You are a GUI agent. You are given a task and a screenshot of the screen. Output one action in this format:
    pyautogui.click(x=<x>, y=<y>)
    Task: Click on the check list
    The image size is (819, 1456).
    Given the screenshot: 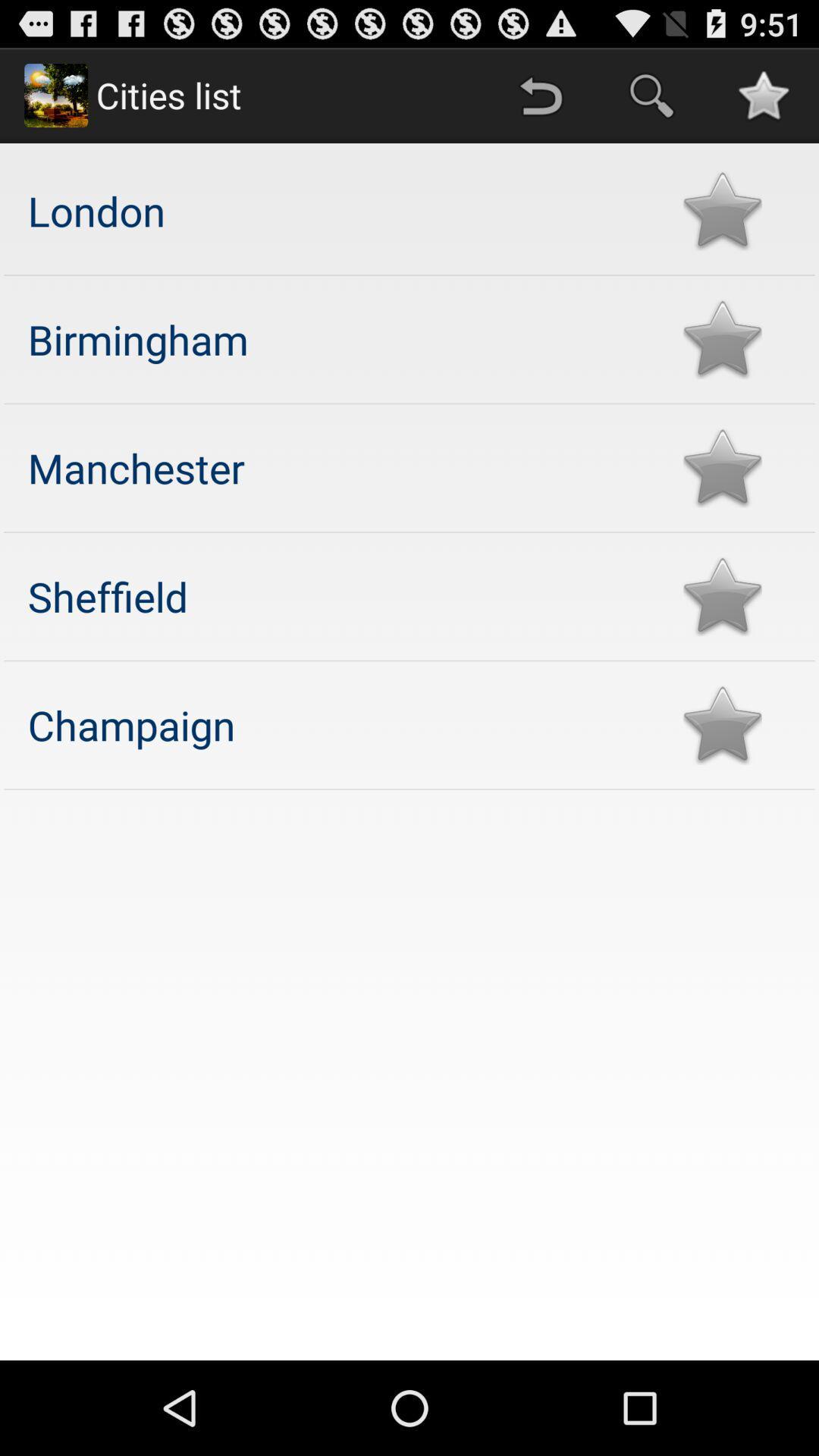 What is the action you would take?
    pyautogui.click(x=721, y=467)
    